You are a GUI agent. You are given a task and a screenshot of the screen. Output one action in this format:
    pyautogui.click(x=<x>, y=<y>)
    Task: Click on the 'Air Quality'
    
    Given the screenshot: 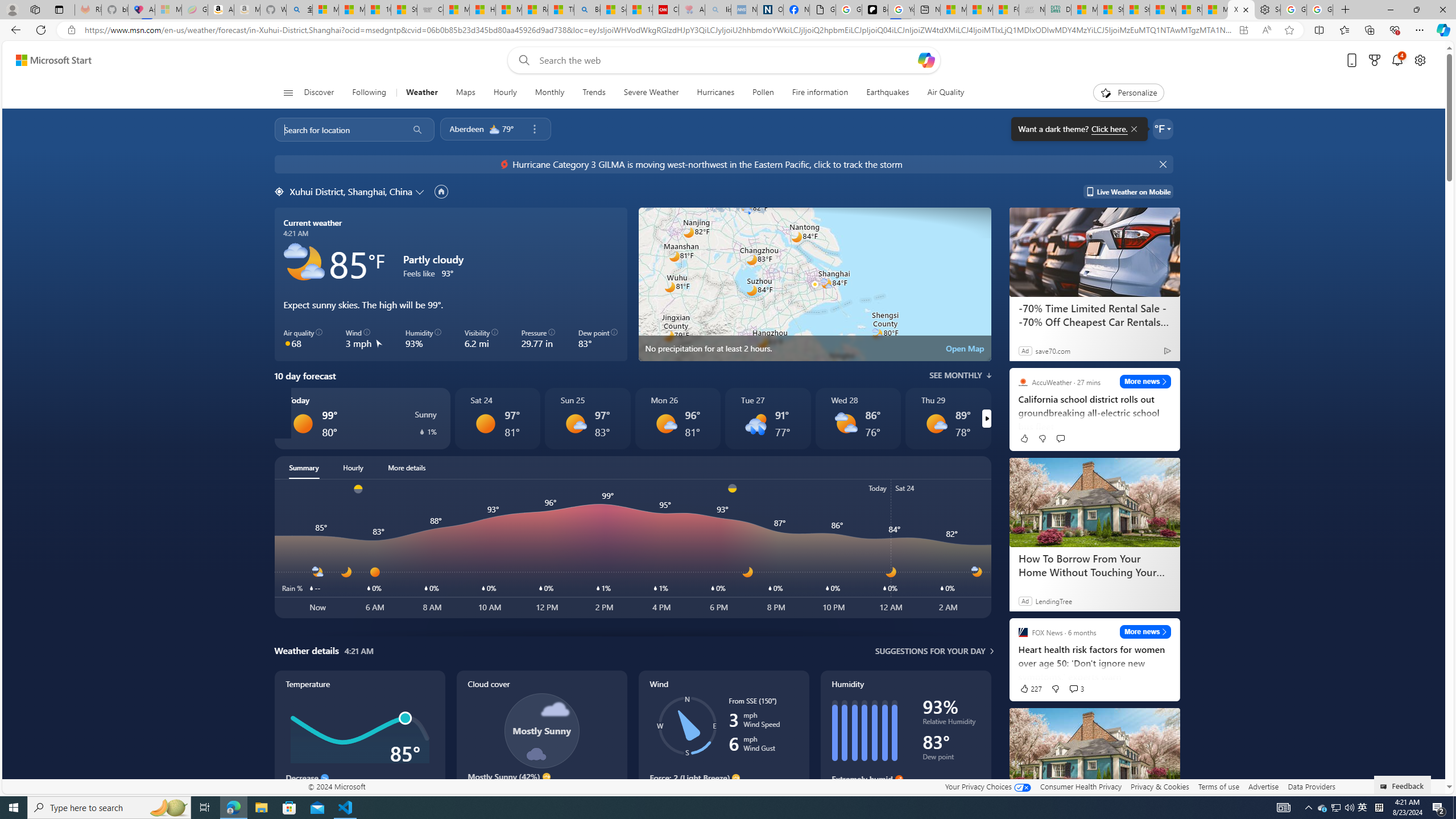 What is the action you would take?
    pyautogui.click(x=945, y=92)
    